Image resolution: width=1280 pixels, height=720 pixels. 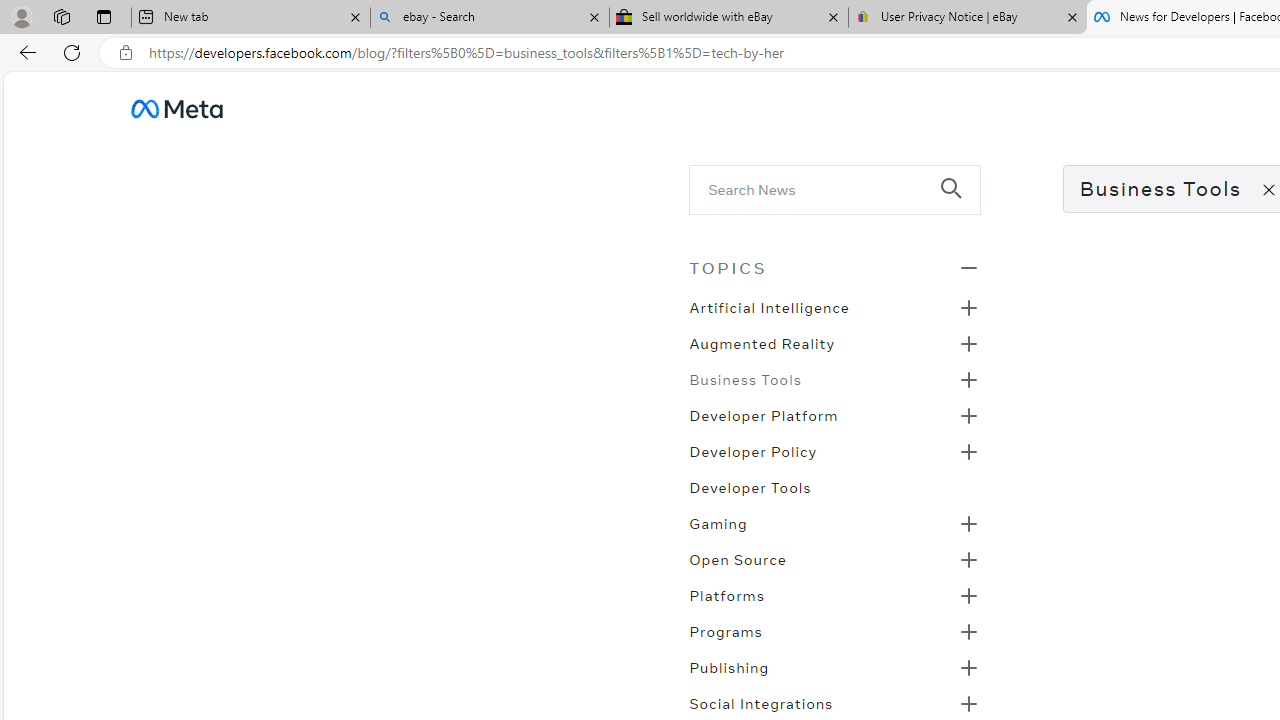 What do you see at coordinates (967, 17) in the screenshot?
I see `'User Privacy Notice | eBay'` at bounding box center [967, 17].